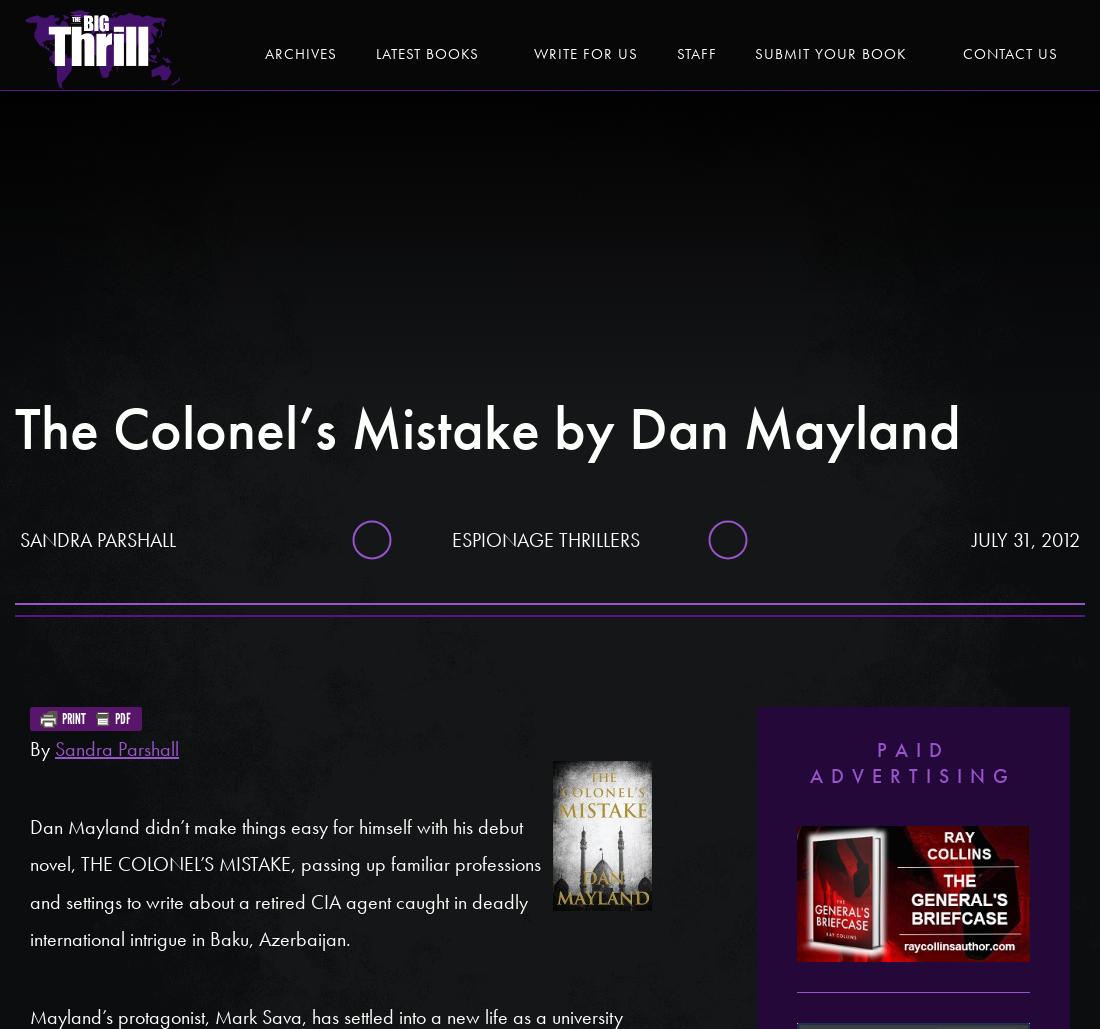  What do you see at coordinates (870, 142) in the screenshot?
I see `'David Joy'` at bounding box center [870, 142].